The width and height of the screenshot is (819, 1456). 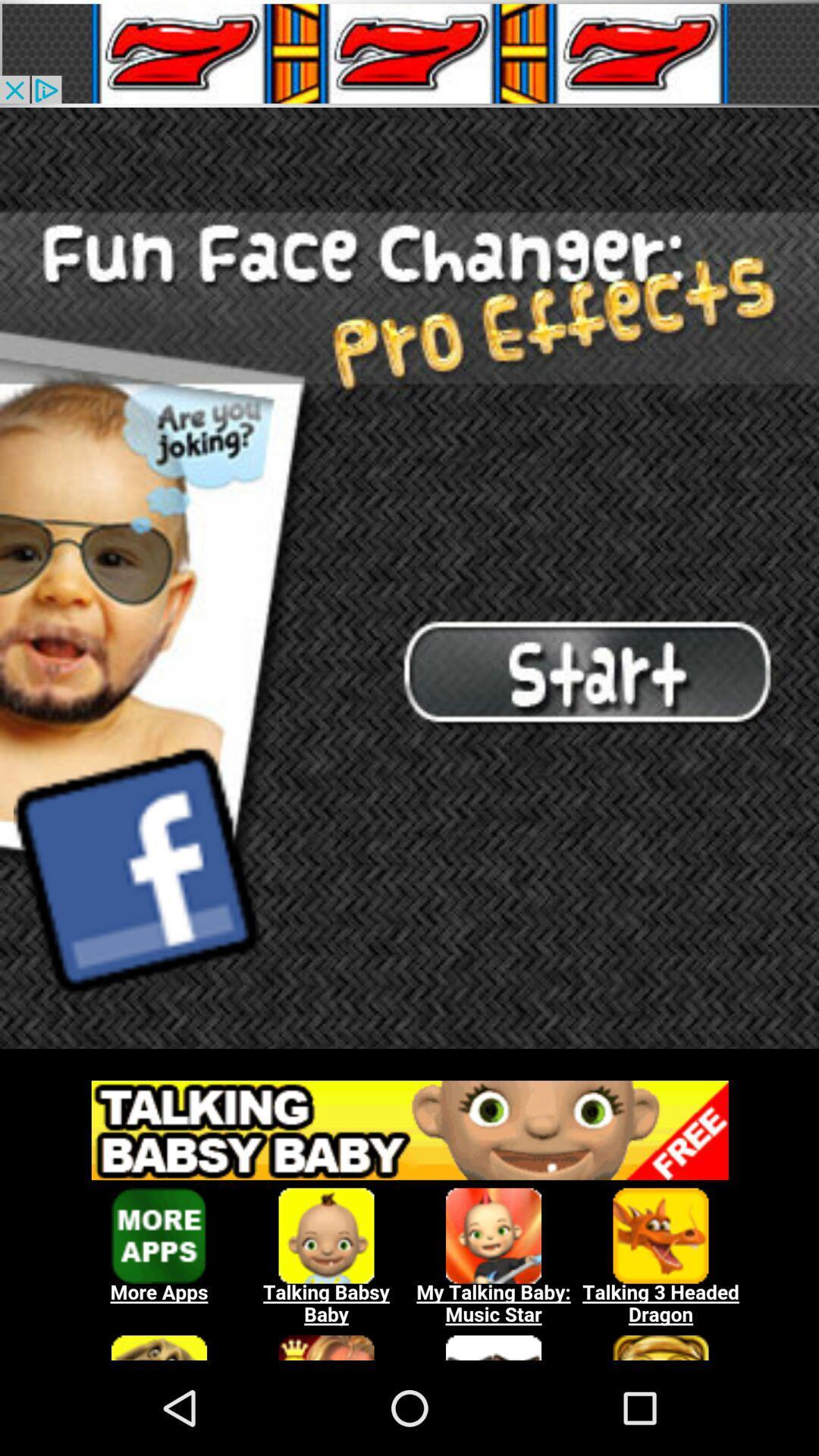 What do you see at coordinates (409, 577) in the screenshot?
I see `advertisement` at bounding box center [409, 577].